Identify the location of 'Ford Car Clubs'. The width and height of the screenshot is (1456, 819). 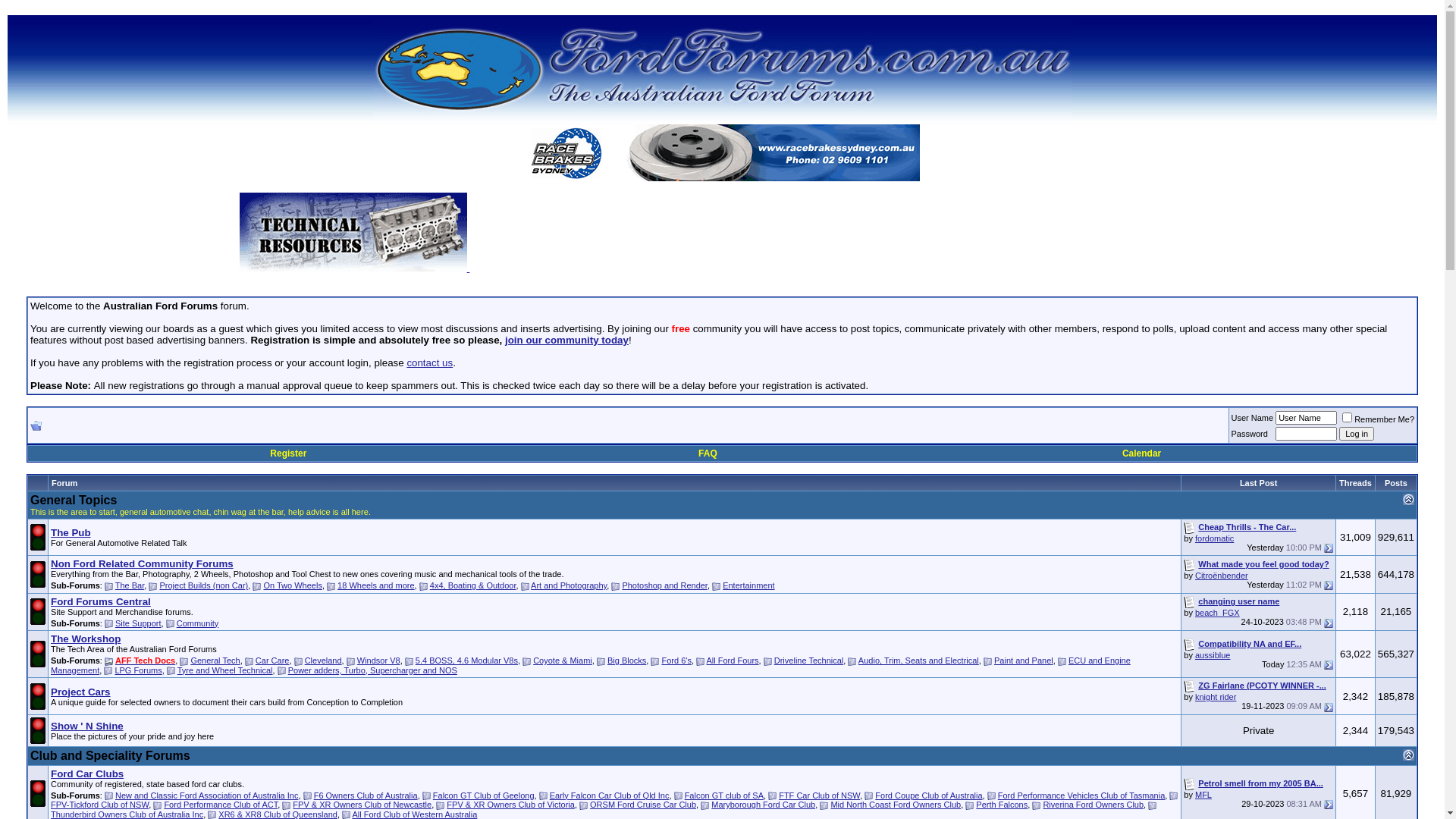
(86, 773).